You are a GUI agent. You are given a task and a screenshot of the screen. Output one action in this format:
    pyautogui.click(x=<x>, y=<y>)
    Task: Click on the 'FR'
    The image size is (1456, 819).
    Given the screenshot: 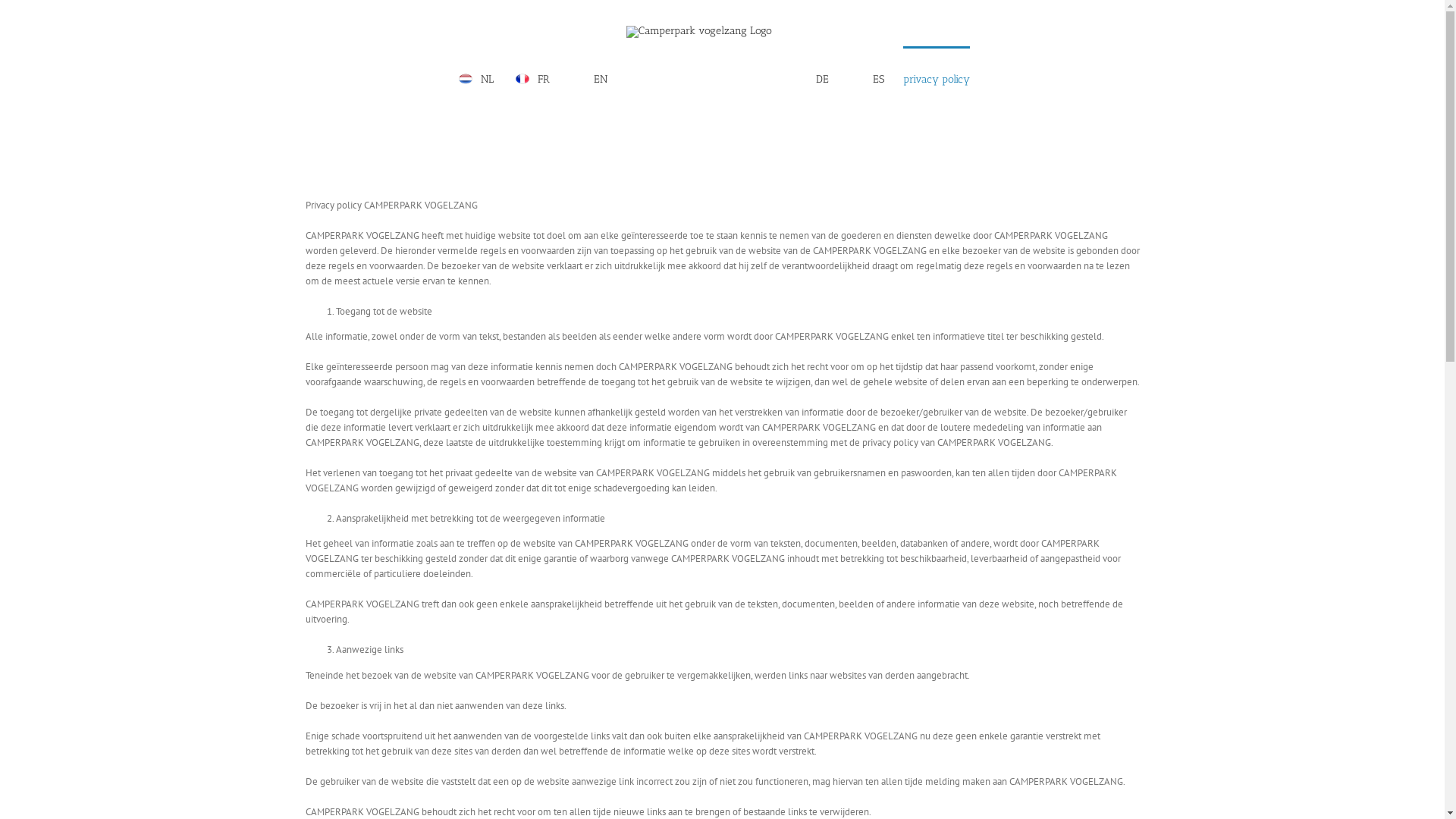 What is the action you would take?
    pyautogui.click(x=531, y=78)
    